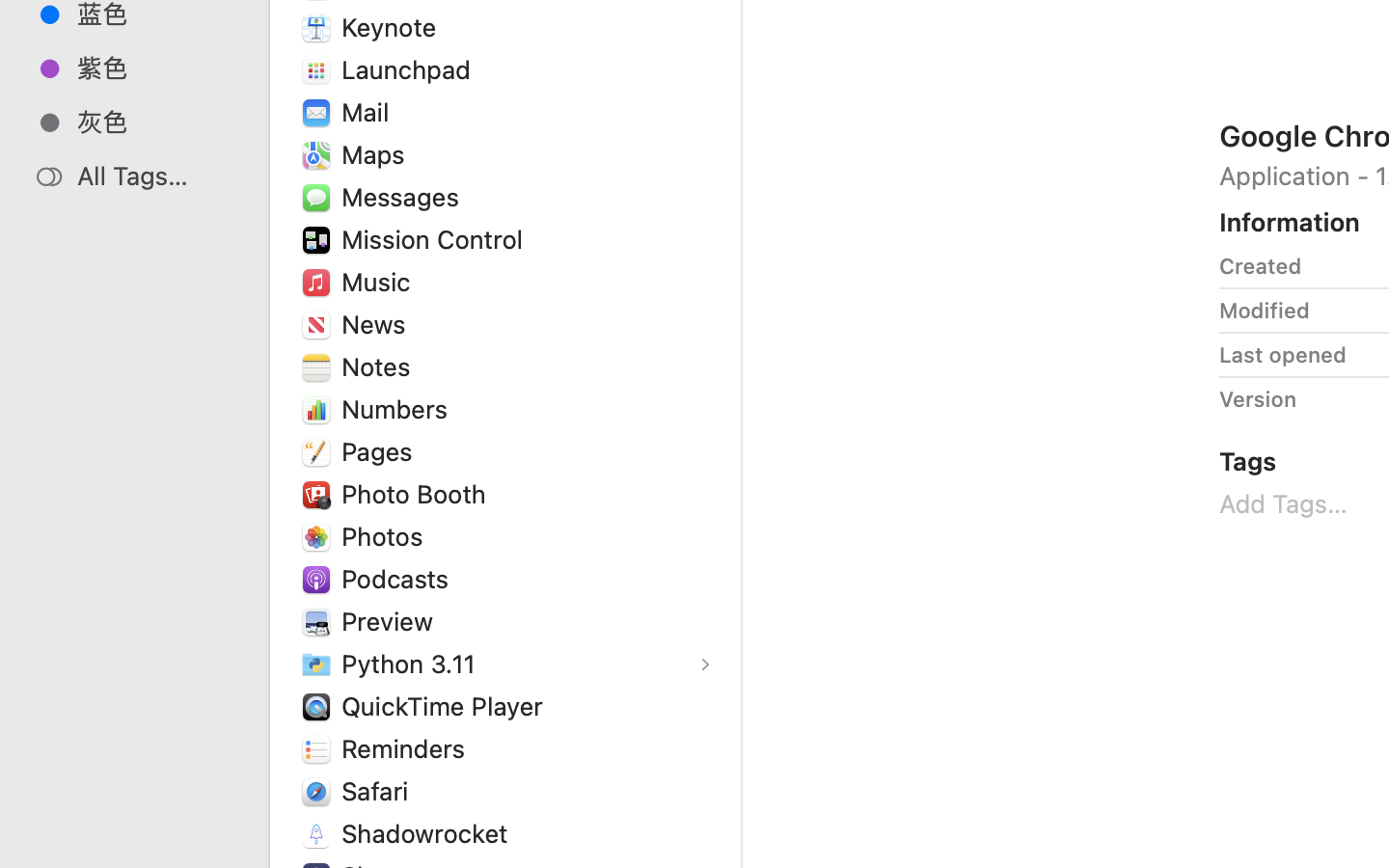  What do you see at coordinates (410, 68) in the screenshot?
I see `'Launchpad'` at bounding box center [410, 68].